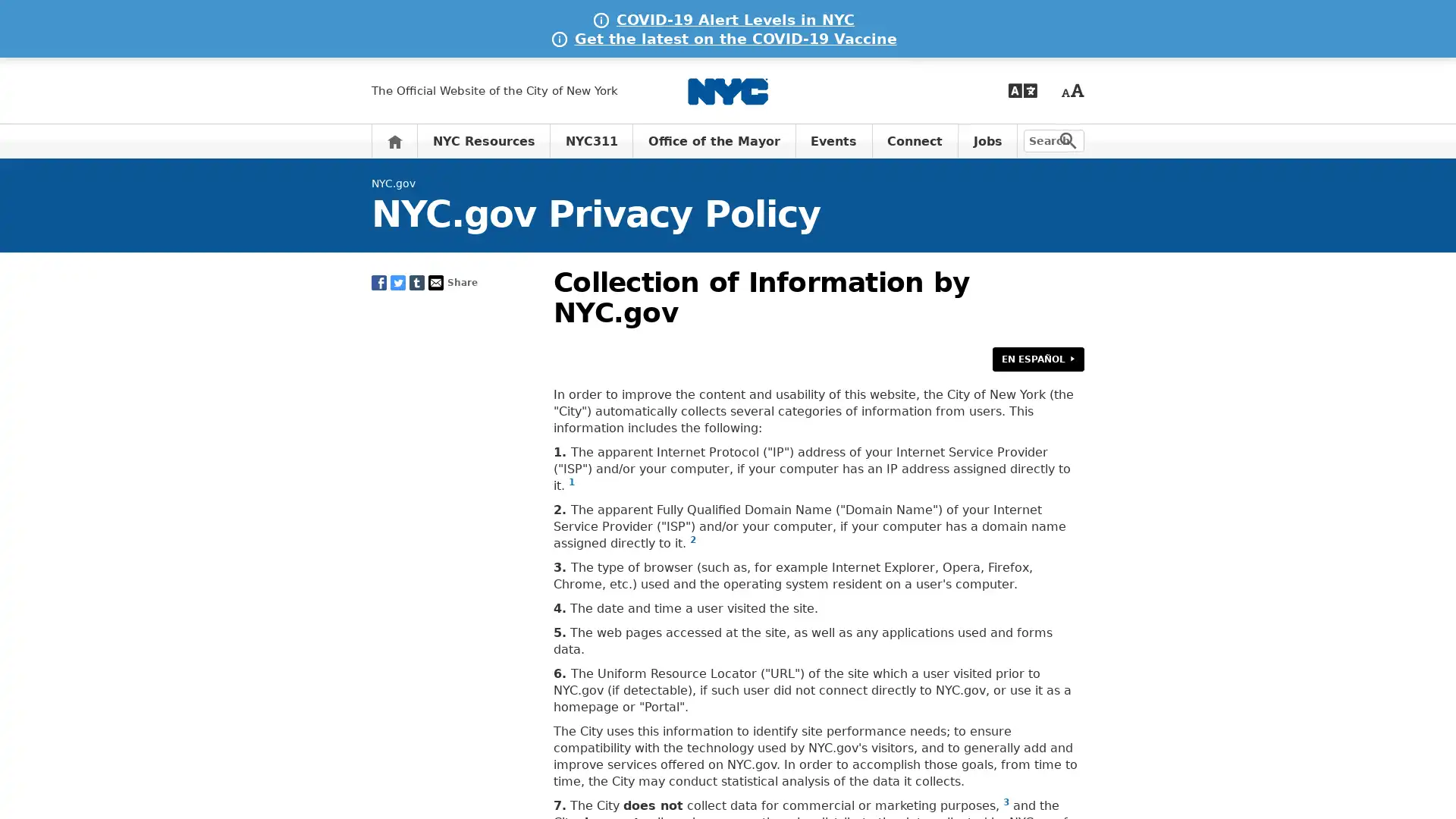 This screenshot has height=819, width=1456. Describe the element at coordinates (1022, 90) in the screenshot. I see `Toggle Language Translation` at that location.